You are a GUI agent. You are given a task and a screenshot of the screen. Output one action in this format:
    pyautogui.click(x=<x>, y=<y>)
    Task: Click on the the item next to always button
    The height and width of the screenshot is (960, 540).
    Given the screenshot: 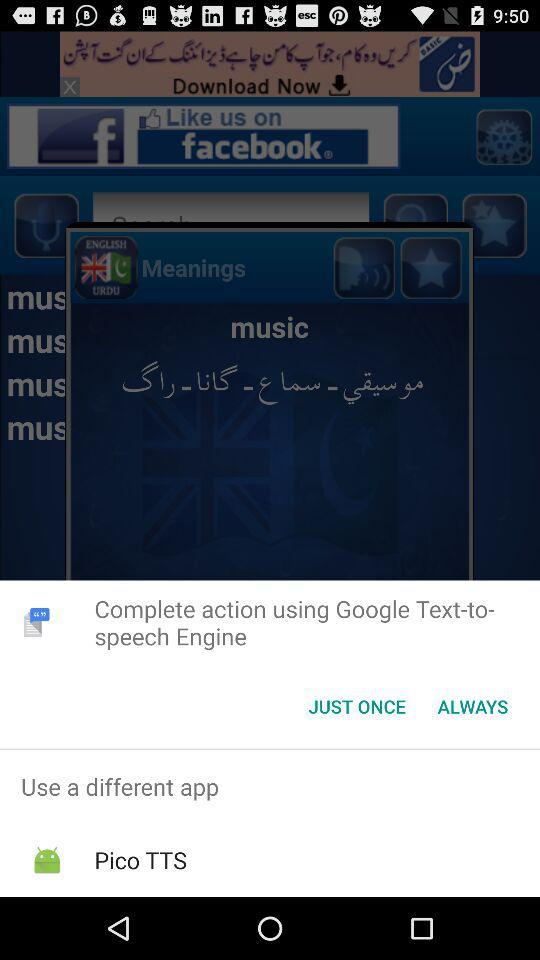 What is the action you would take?
    pyautogui.click(x=356, y=706)
    